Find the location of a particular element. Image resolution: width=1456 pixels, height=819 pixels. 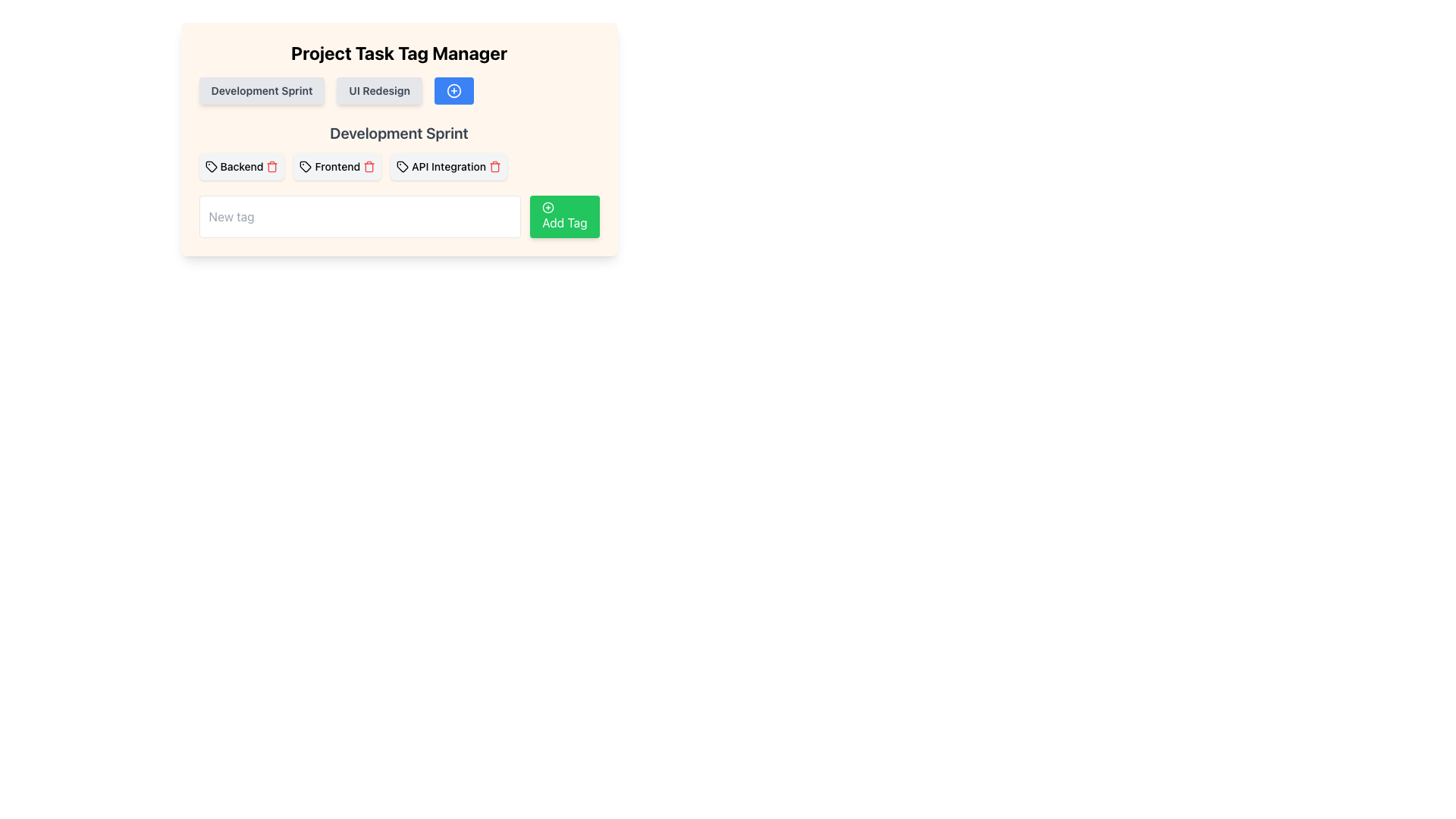

the delete button of the tag labeled 'API Integration' within the group of tags displayed under the title 'Development Sprint' for visual feedback is located at coordinates (399, 166).